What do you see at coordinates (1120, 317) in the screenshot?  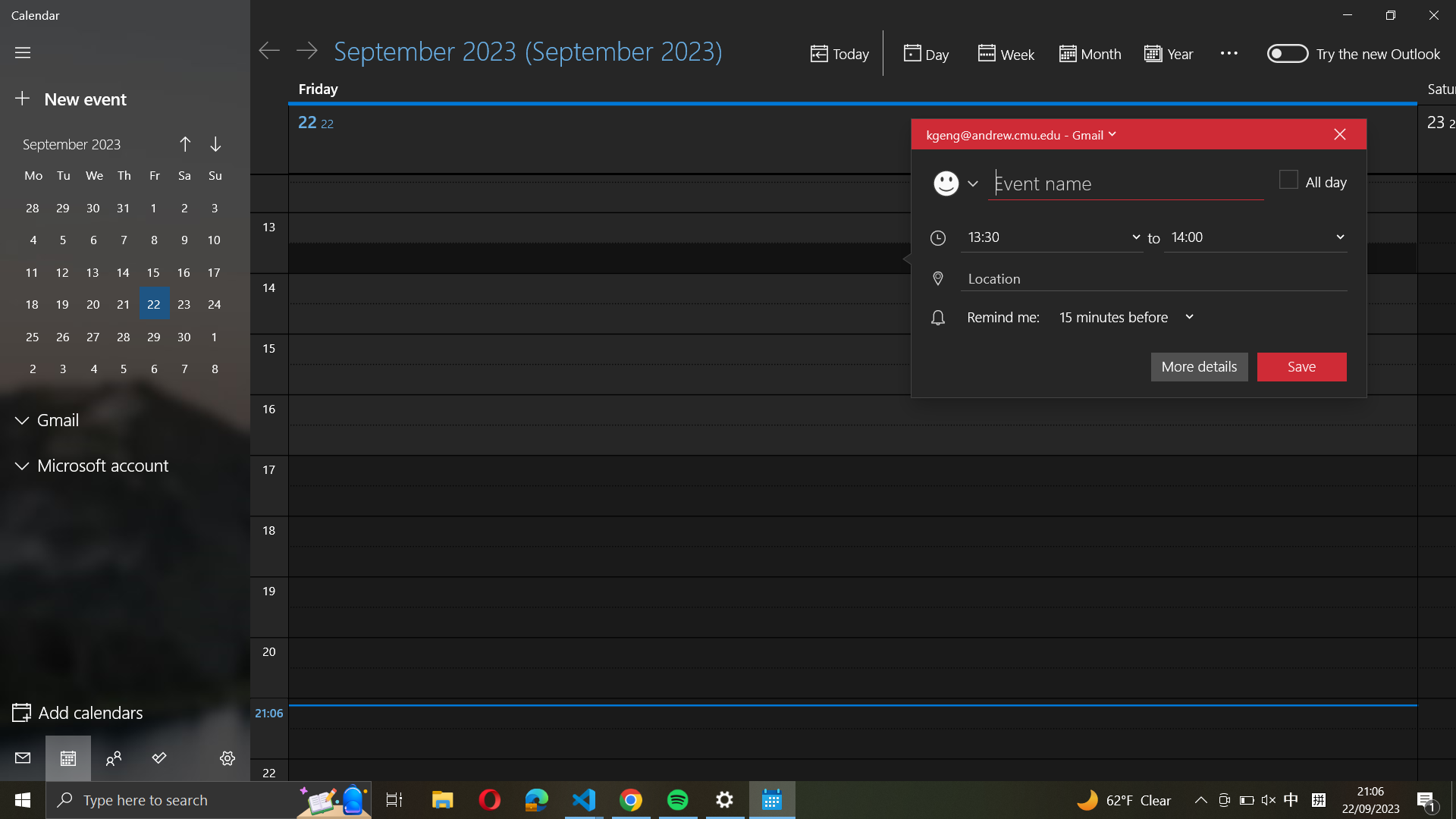 I see `event reminder to 30 minutes before` at bounding box center [1120, 317].